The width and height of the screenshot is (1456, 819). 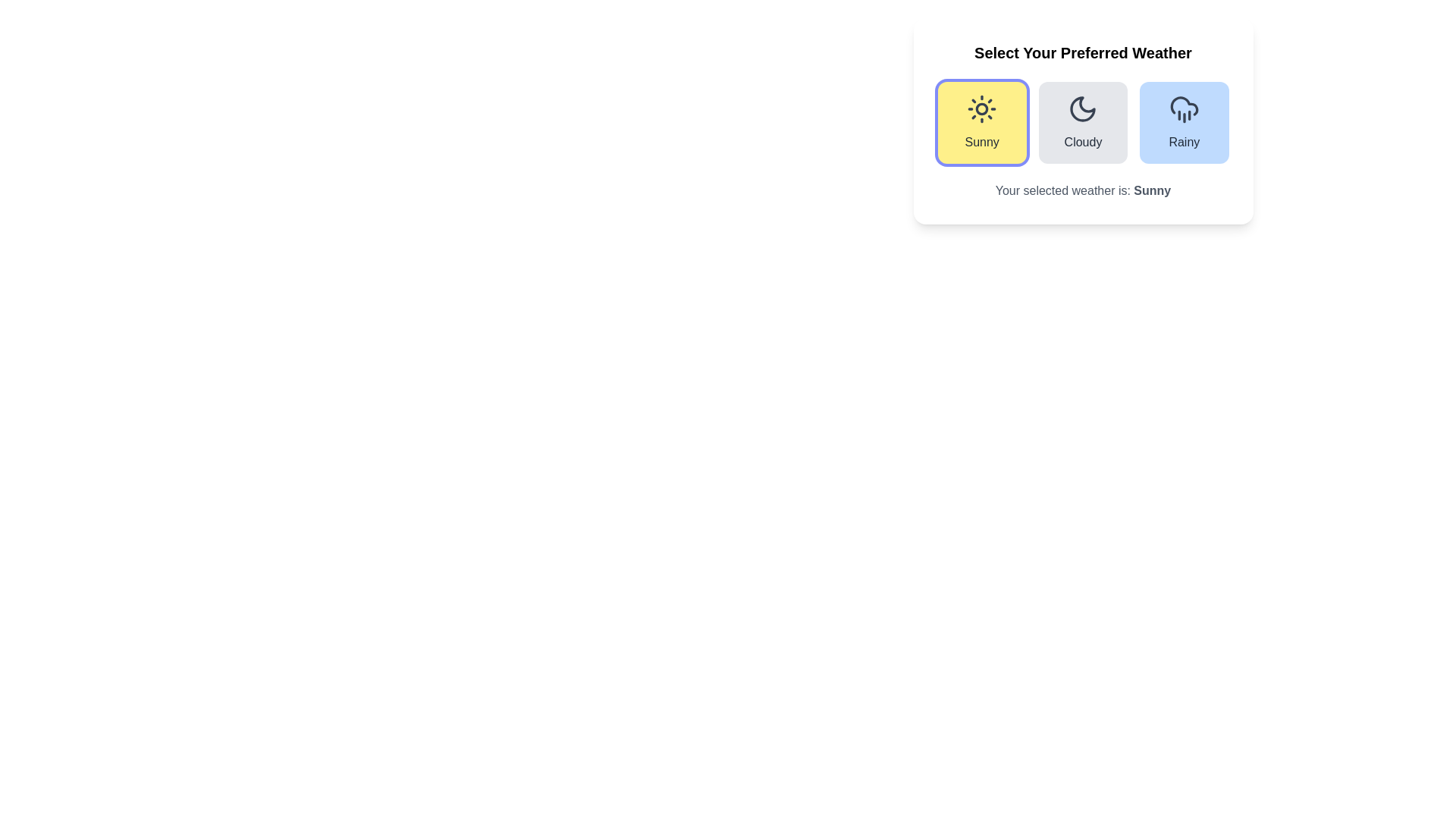 What do you see at coordinates (1082, 122) in the screenshot?
I see `the weather selection card labeled 'Cloudy' which features a crescent moon icon at the top and is positioned in the middle column of the grid` at bounding box center [1082, 122].